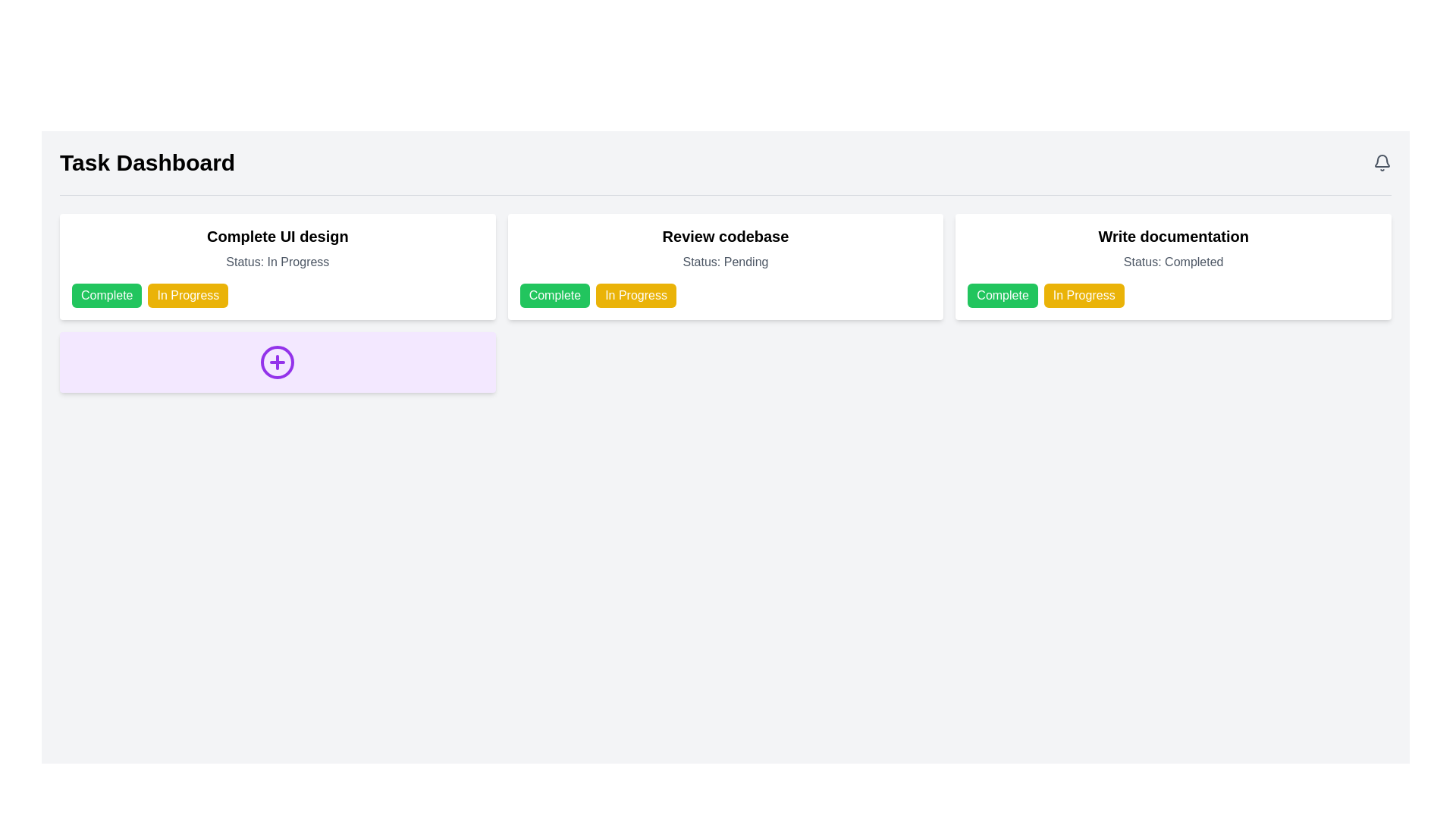 This screenshot has width=1456, height=819. What do you see at coordinates (1172, 262) in the screenshot?
I see `the informational text displaying 'Status: Completed', which is located beneath the title 'Write documentation' in the rightmost task card` at bounding box center [1172, 262].